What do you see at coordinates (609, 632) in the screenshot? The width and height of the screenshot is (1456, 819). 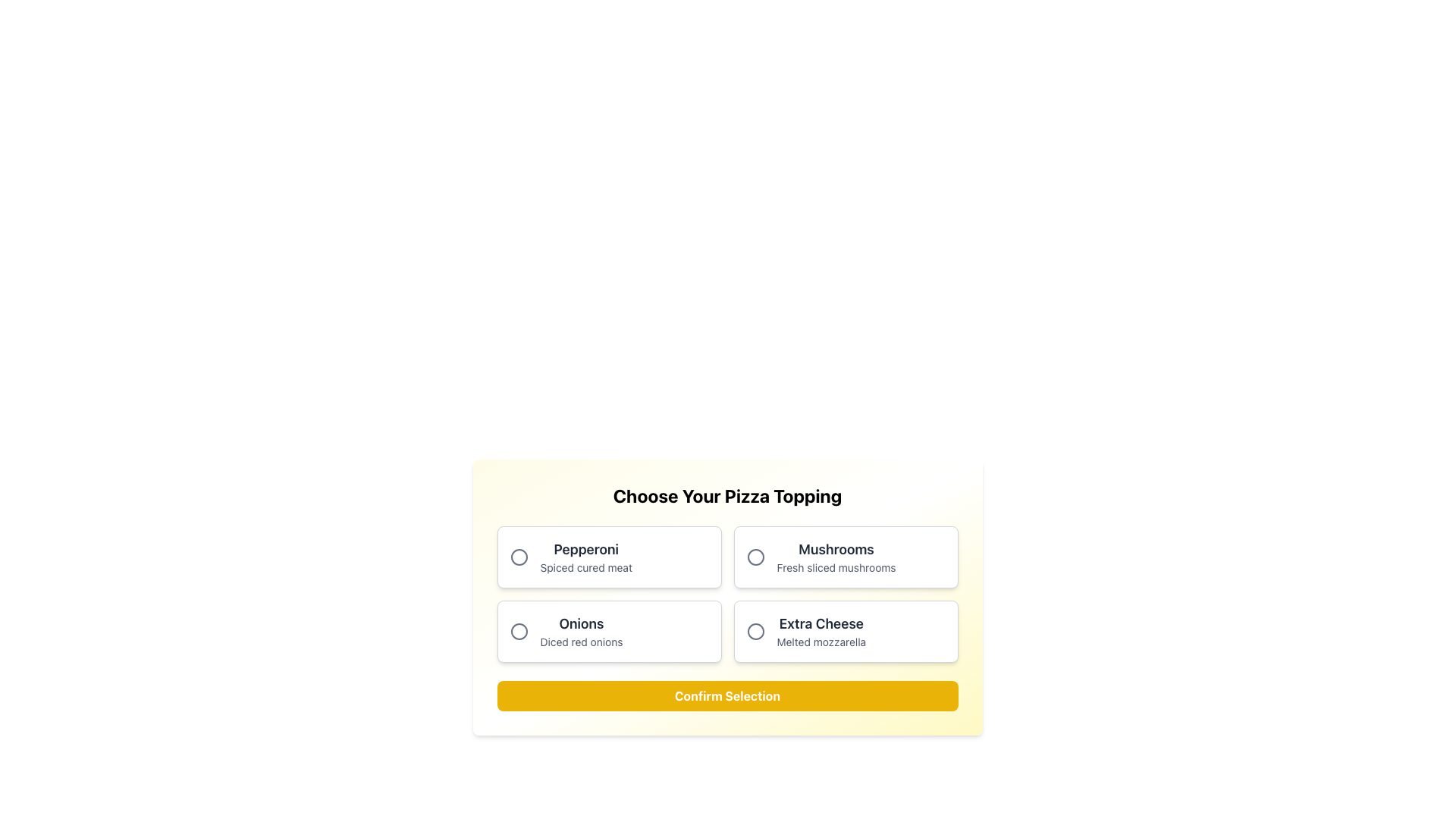 I see `the radio button on the 'Onions' selectable card located in the bottom-left position of the grid` at bounding box center [609, 632].